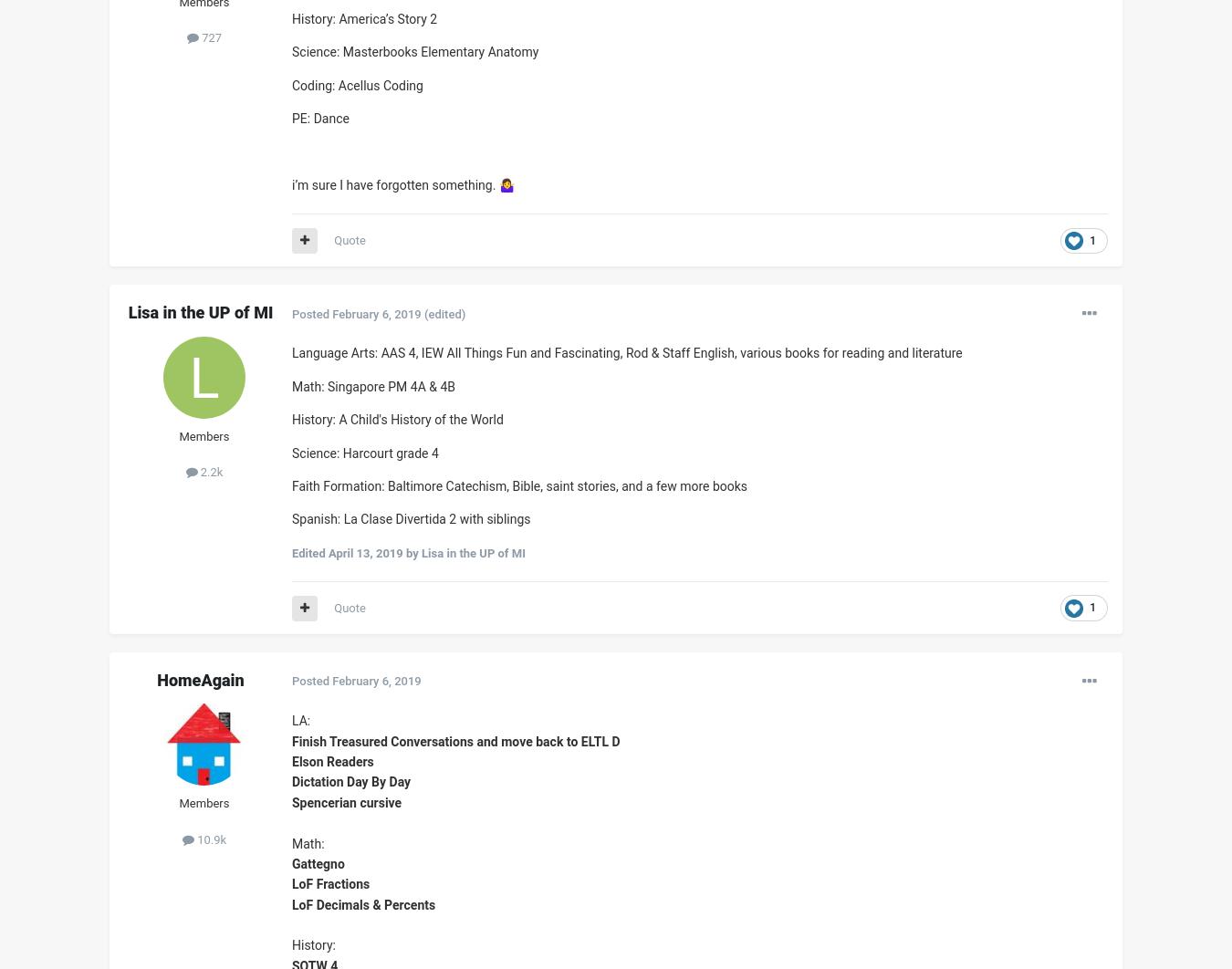 This screenshot has width=1232, height=969. I want to click on 'Faith Formation: Baltimore Catechism, Bible, saint stories, and a few more books', so click(290, 486).